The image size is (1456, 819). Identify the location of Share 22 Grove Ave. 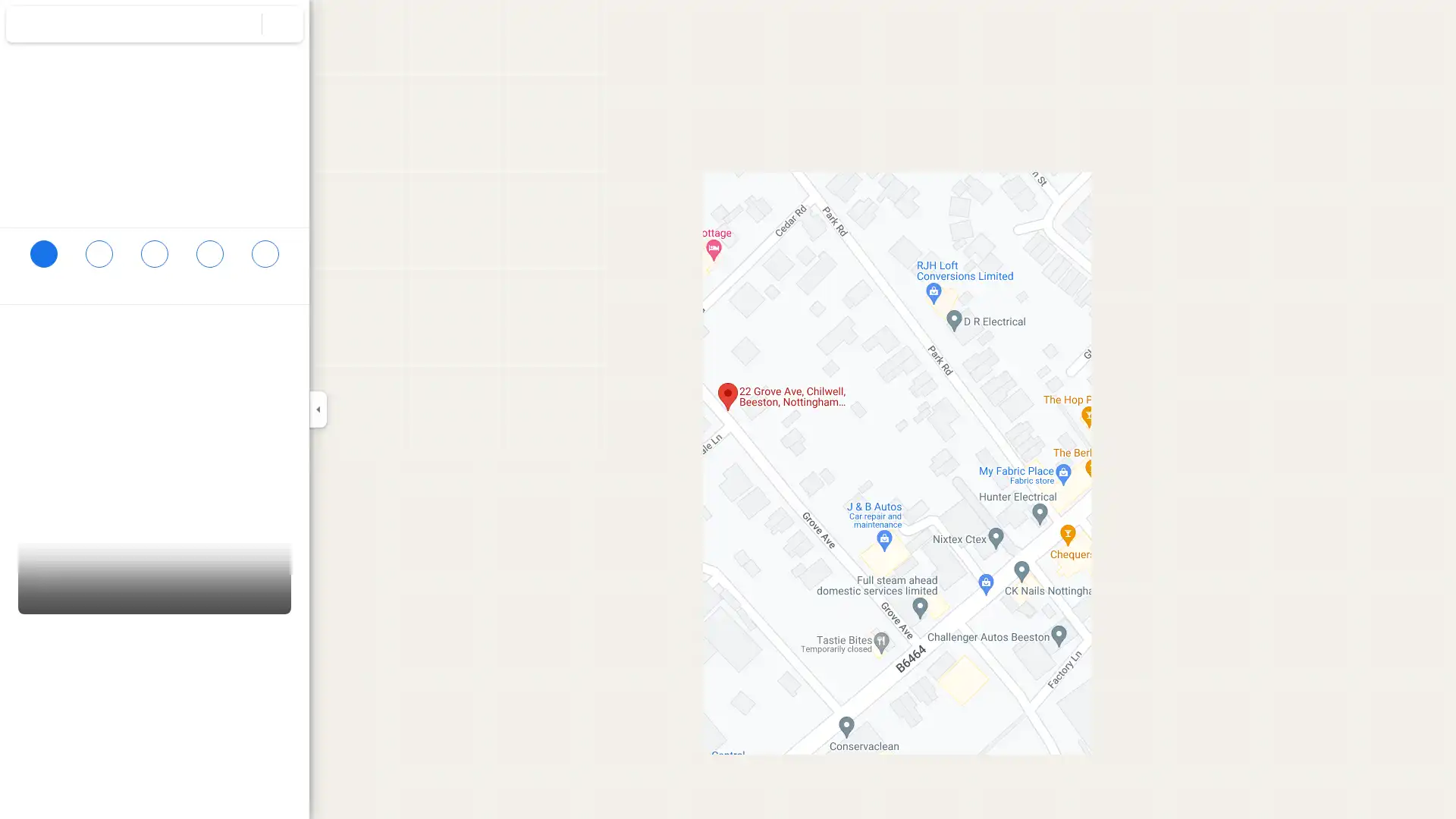
(265, 259).